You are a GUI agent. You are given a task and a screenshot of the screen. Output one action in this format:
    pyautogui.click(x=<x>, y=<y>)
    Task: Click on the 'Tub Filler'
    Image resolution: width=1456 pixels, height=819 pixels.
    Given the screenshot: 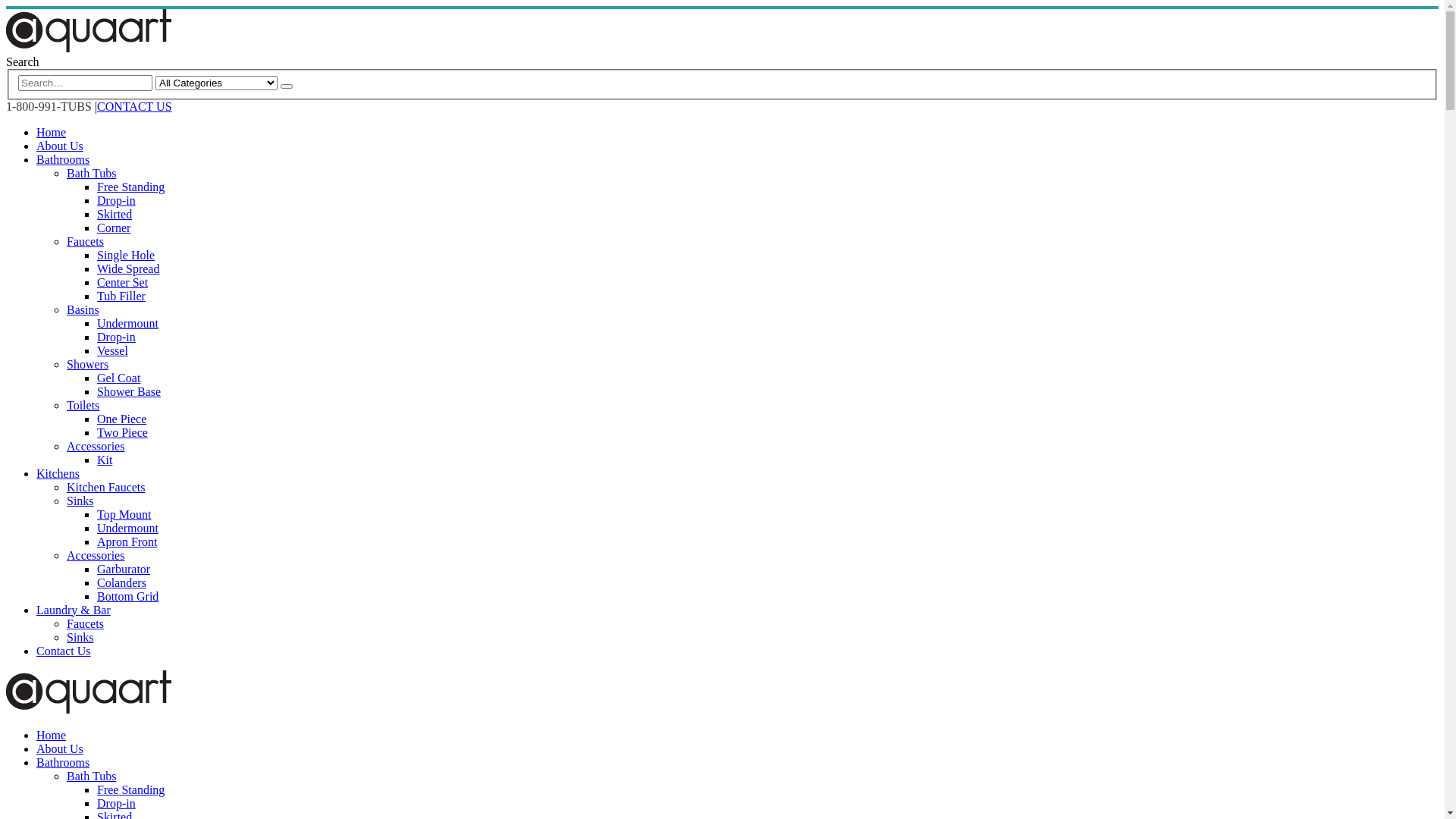 What is the action you would take?
    pyautogui.click(x=120, y=296)
    